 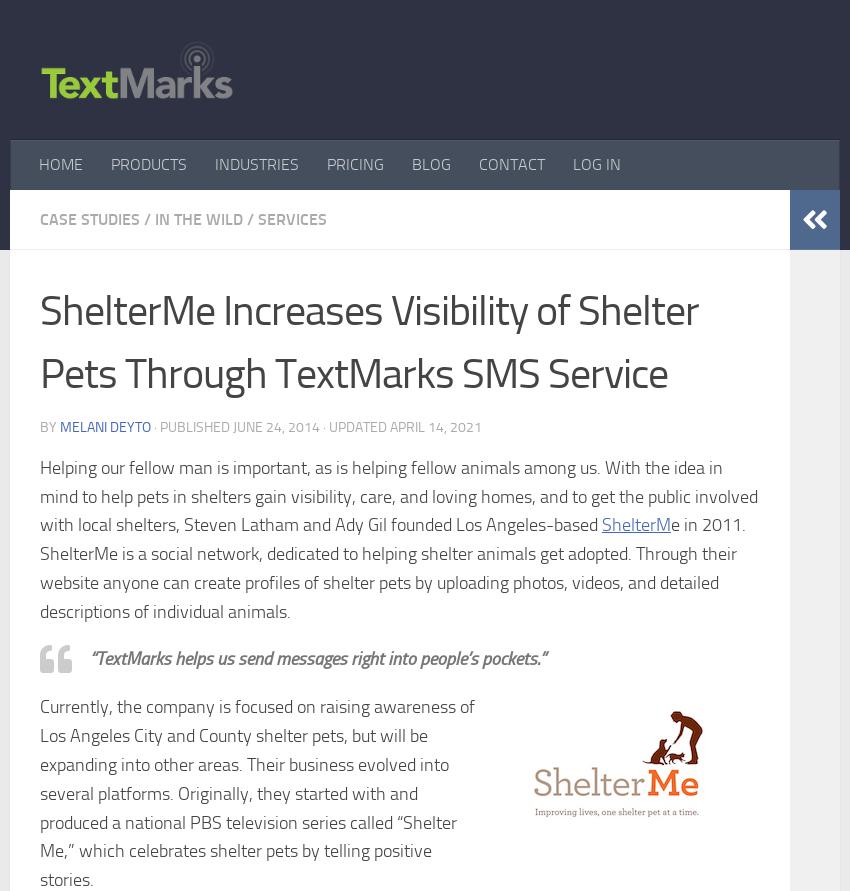 What do you see at coordinates (353, 426) in the screenshot?
I see `'· Updated'` at bounding box center [353, 426].